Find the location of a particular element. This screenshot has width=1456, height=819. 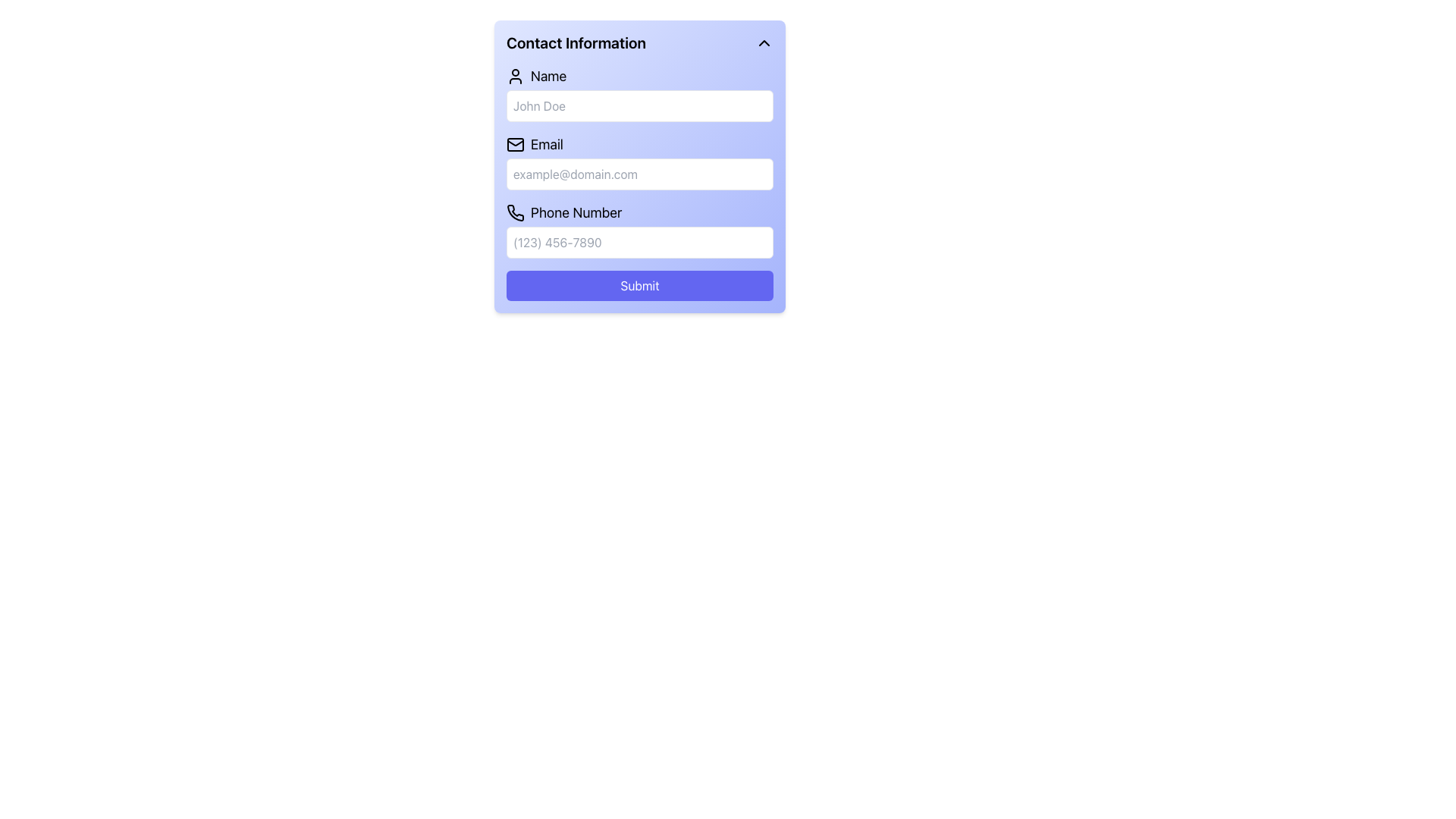

the telephone handset icon located to the left of the 'Phone Number' label in the contact form is located at coordinates (516, 213).